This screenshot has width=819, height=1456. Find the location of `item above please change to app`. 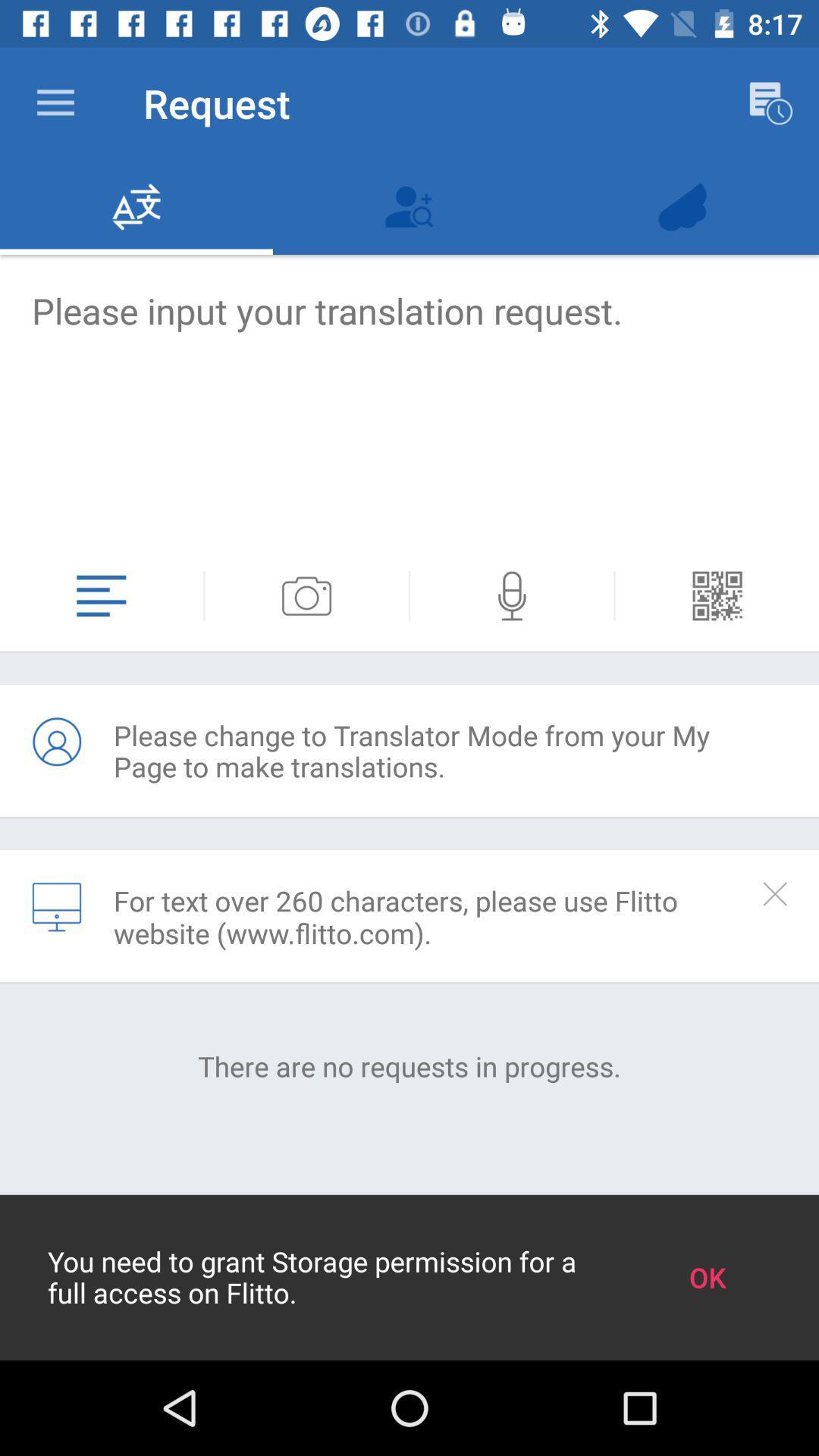

item above please change to app is located at coordinates (203, 595).